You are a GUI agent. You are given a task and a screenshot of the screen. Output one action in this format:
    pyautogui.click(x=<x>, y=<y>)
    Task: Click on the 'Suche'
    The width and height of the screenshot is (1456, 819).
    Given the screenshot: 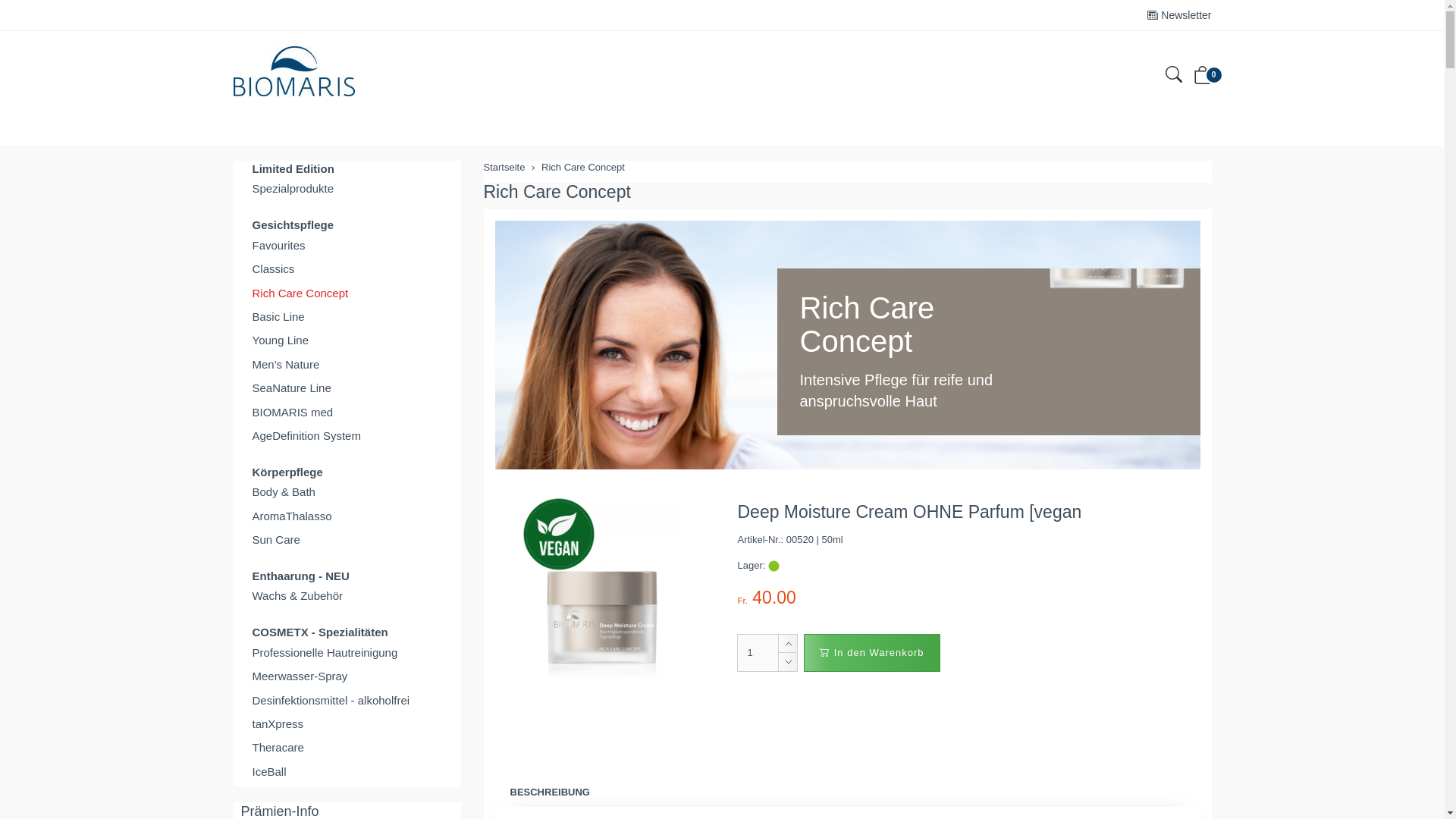 What is the action you would take?
    pyautogui.click(x=1172, y=77)
    